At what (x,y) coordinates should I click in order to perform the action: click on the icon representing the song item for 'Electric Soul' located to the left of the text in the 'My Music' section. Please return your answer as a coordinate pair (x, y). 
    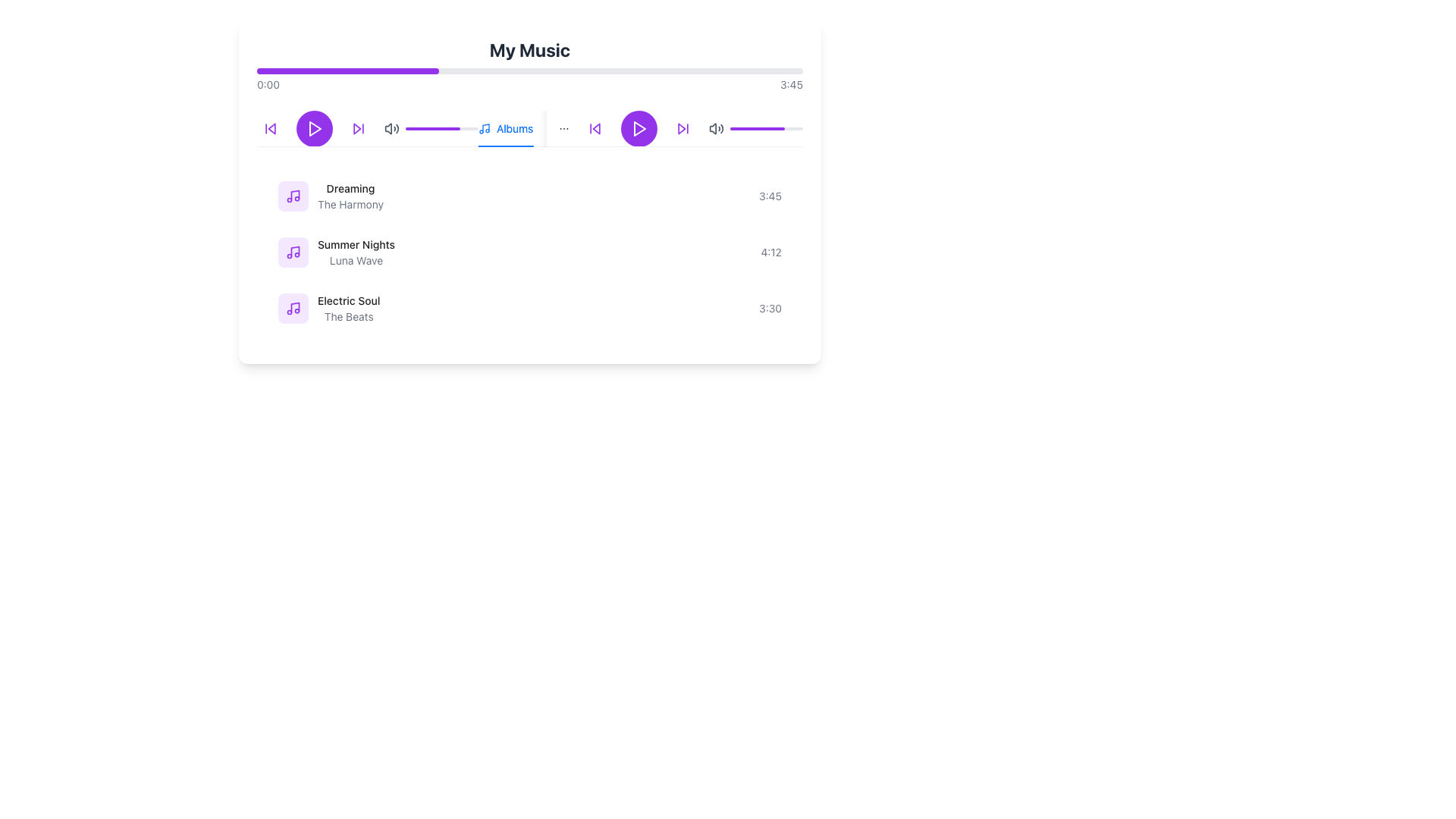
    Looking at the image, I should click on (293, 308).